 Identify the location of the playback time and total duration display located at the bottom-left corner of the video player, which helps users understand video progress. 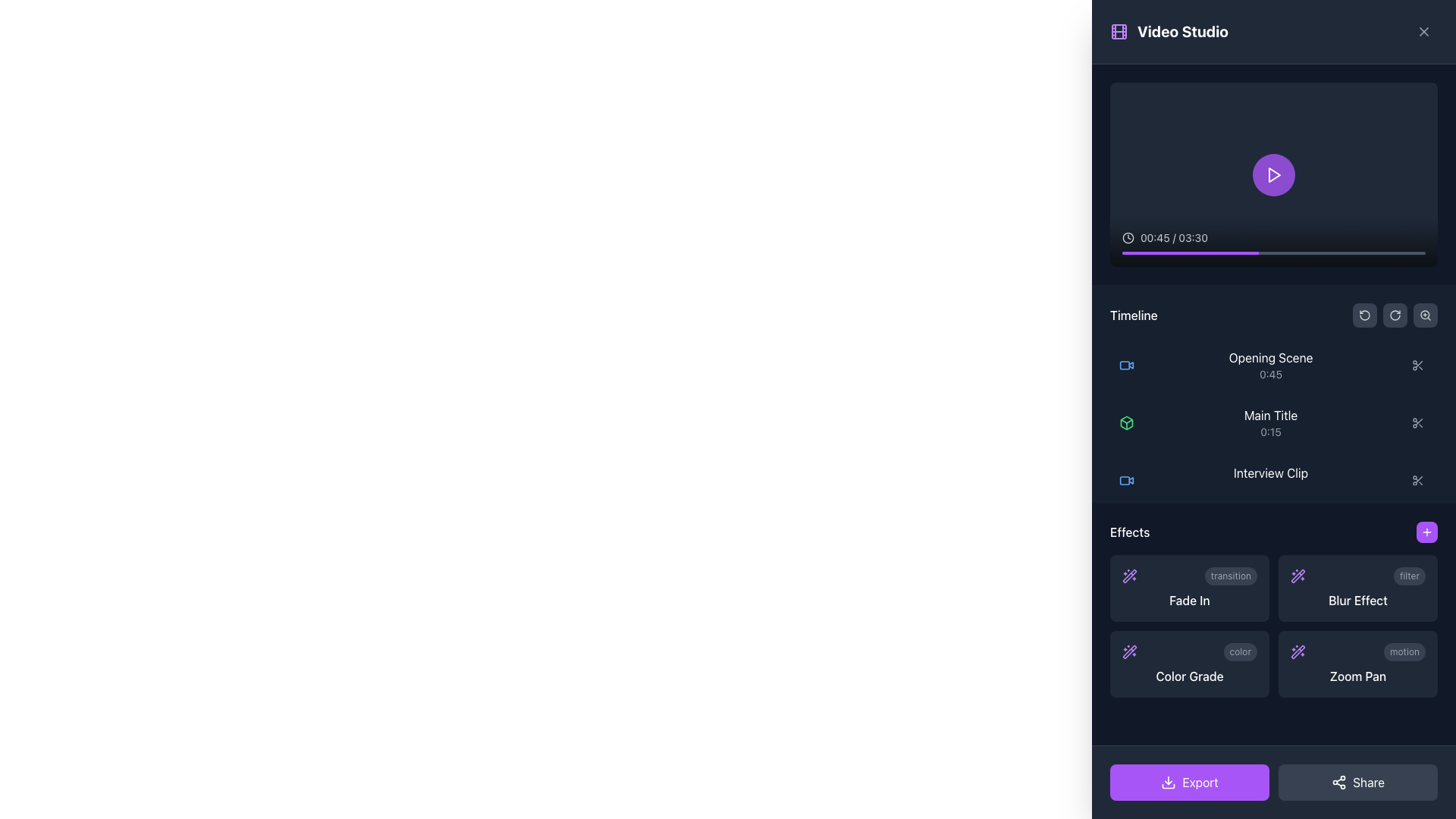
(1274, 237).